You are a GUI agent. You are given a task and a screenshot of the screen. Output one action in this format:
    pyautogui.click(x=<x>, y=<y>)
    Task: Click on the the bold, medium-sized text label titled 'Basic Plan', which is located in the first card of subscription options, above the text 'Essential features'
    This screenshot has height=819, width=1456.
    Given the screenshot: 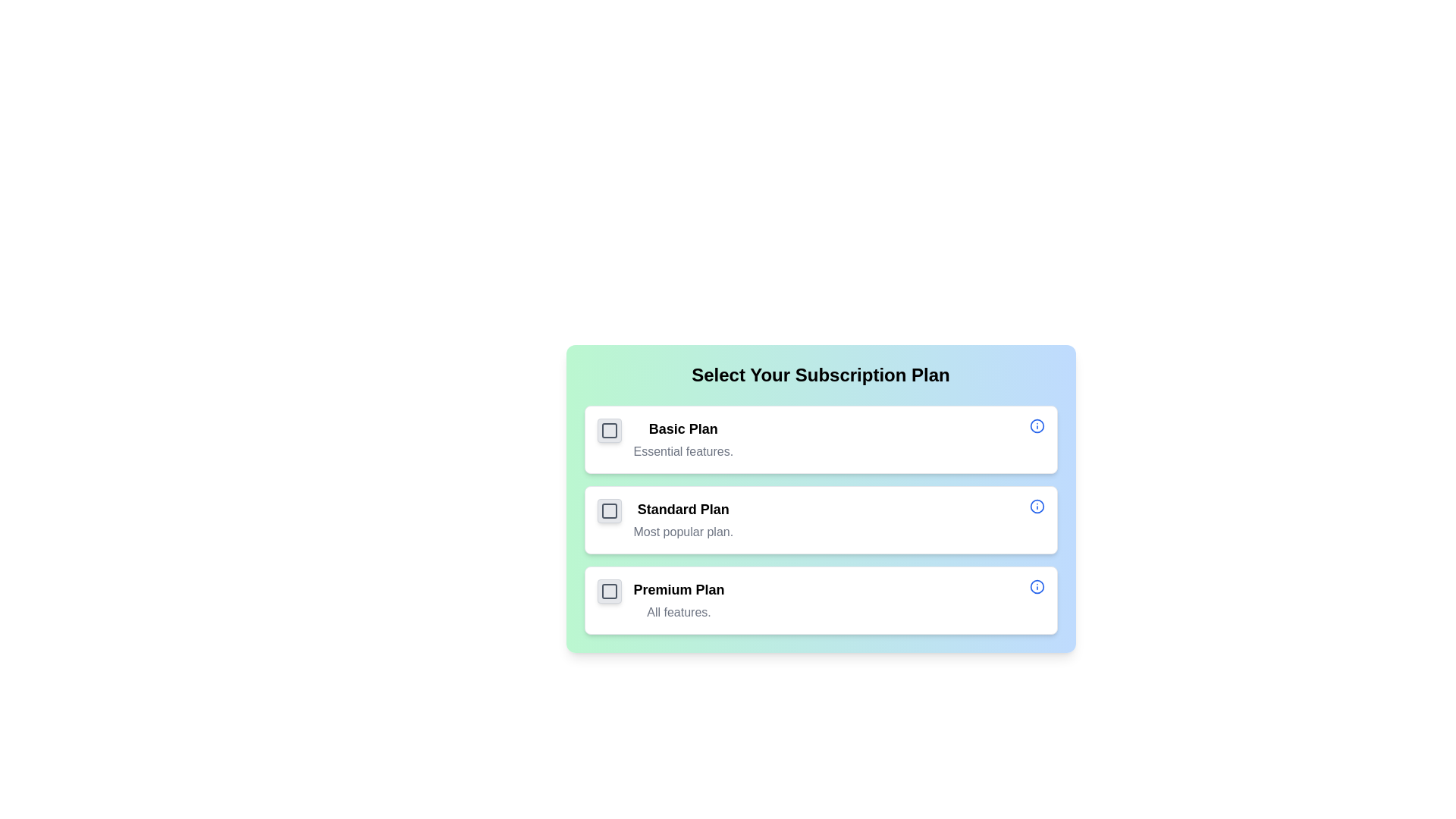 What is the action you would take?
    pyautogui.click(x=682, y=429)
    